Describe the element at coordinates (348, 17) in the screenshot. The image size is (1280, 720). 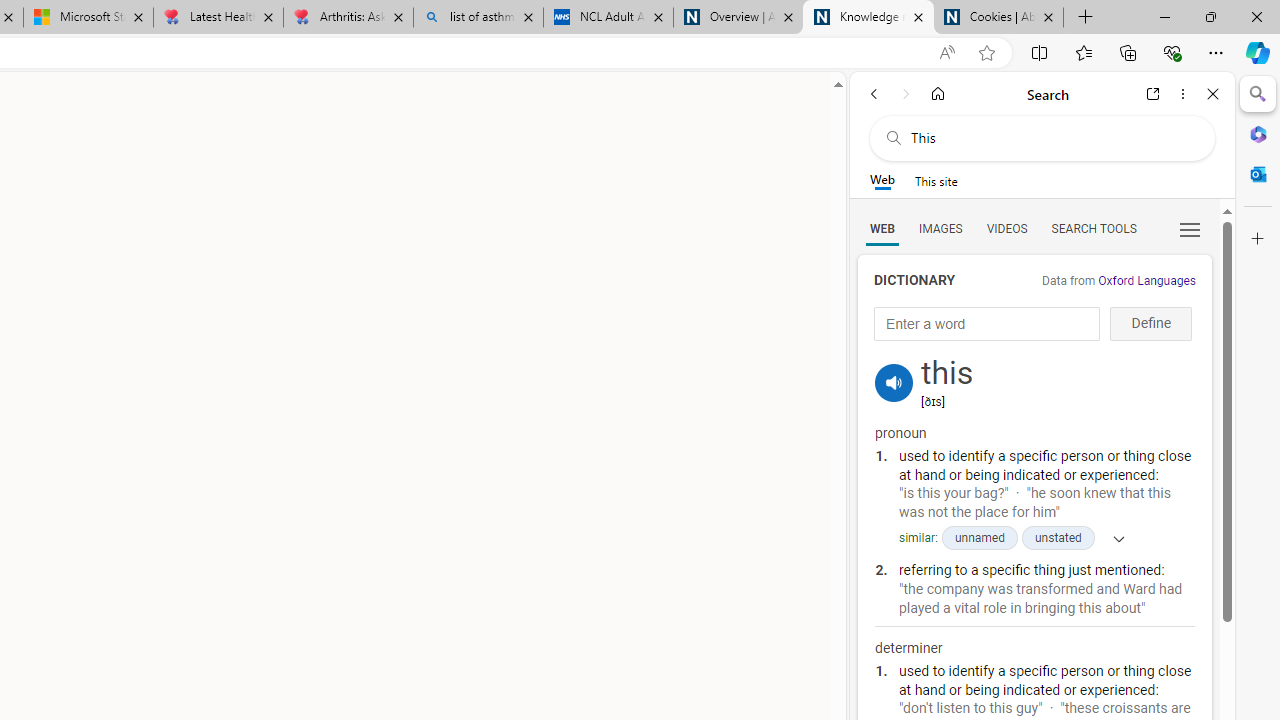
I see `'Arthritis: Ask Health Professionals'` at that location.